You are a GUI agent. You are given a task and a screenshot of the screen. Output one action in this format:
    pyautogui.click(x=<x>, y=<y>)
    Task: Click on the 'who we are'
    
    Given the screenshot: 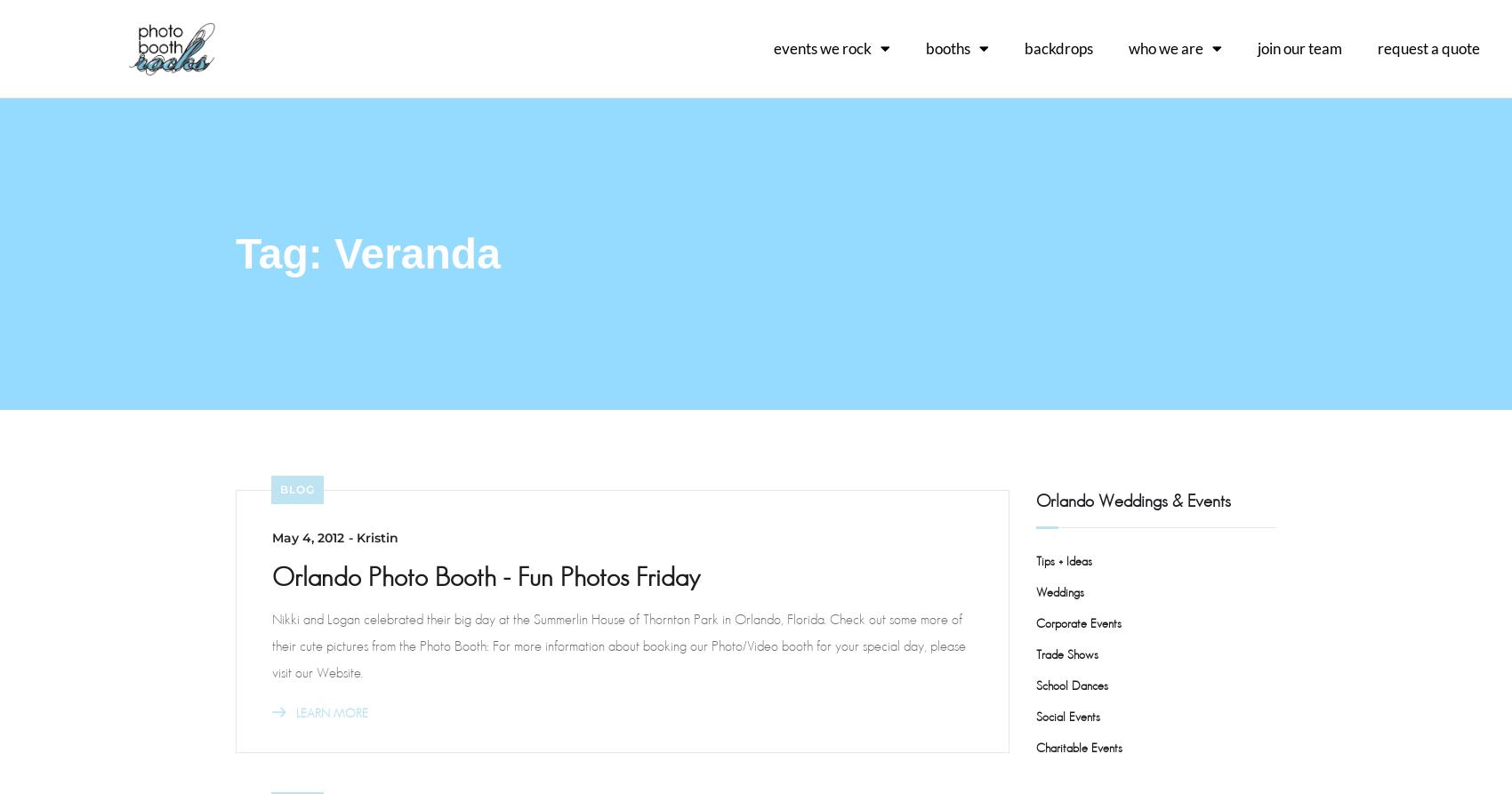 What is the action you would take?
    pyautogui.click(x=1166, y=47)
    